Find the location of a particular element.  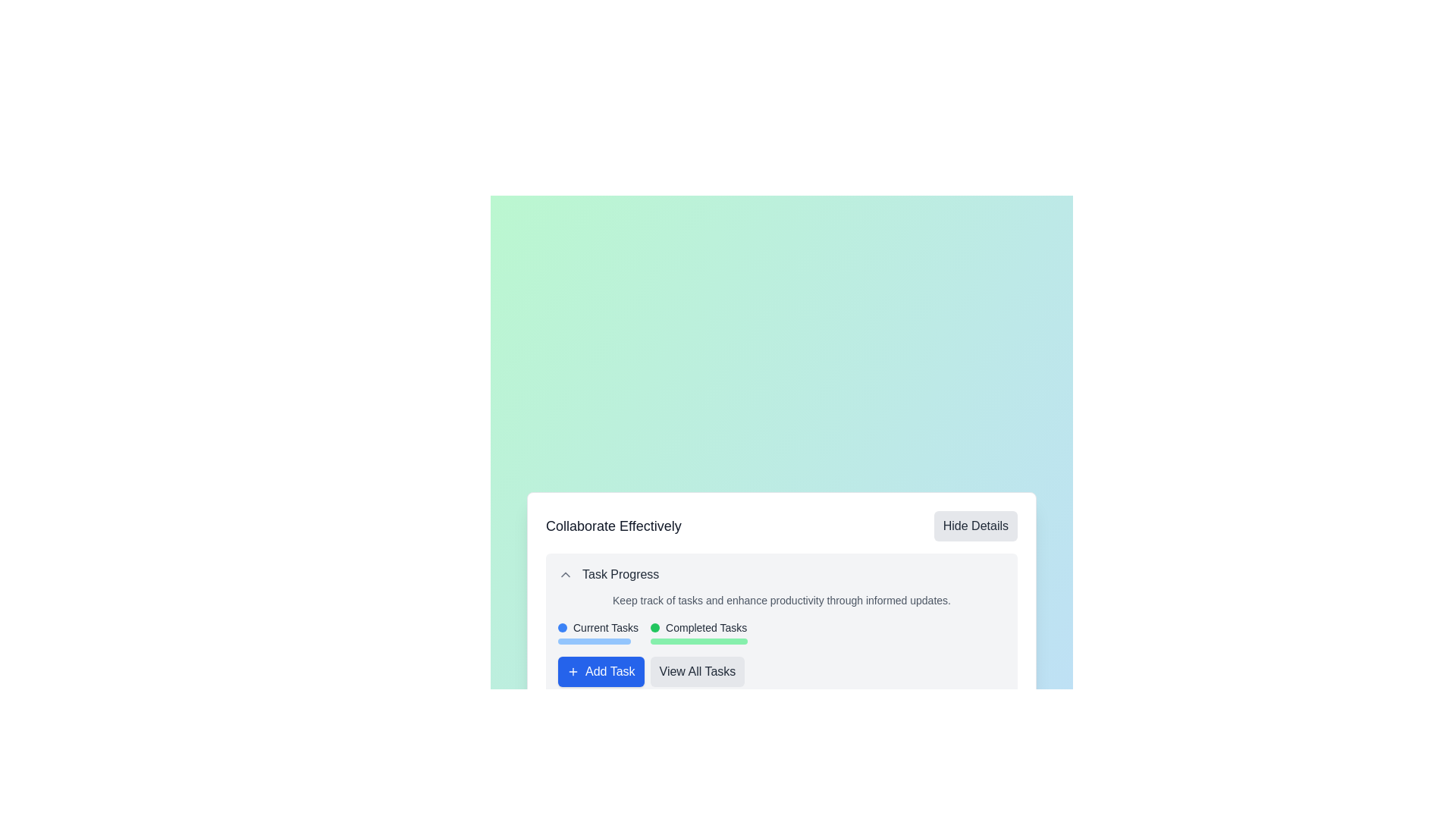

the SVG icon (plus sign) inside the blue button labeled 'Add Task', which visually represents the action of adding a task is located at coordinates (572, 671).